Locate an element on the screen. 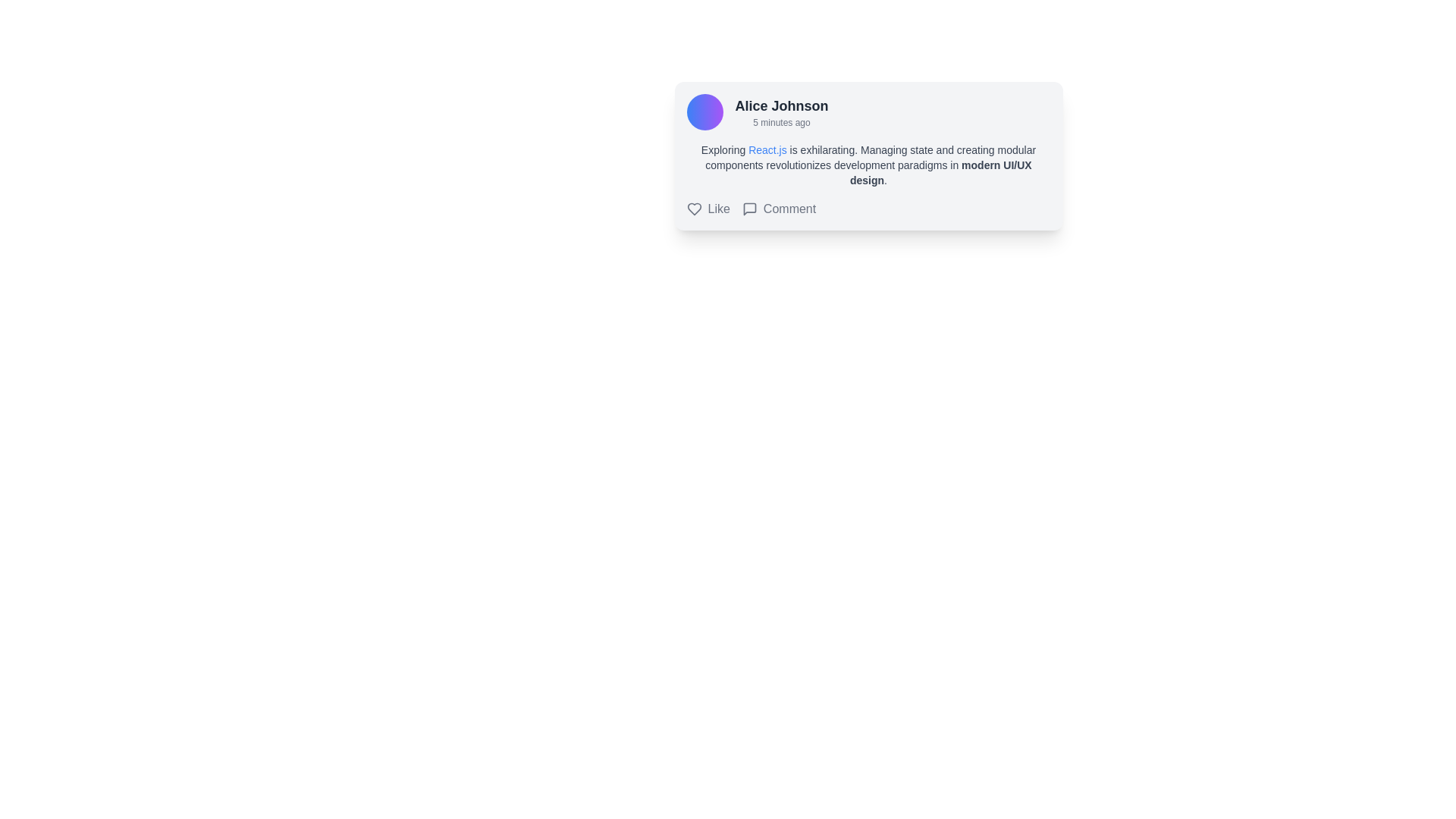 This screenshot has width=1456, height=819. the comment icon located within the Comment section of the content card, which is positioned towards the left of the 'Comment' text label is located at coordinates (749, 209).